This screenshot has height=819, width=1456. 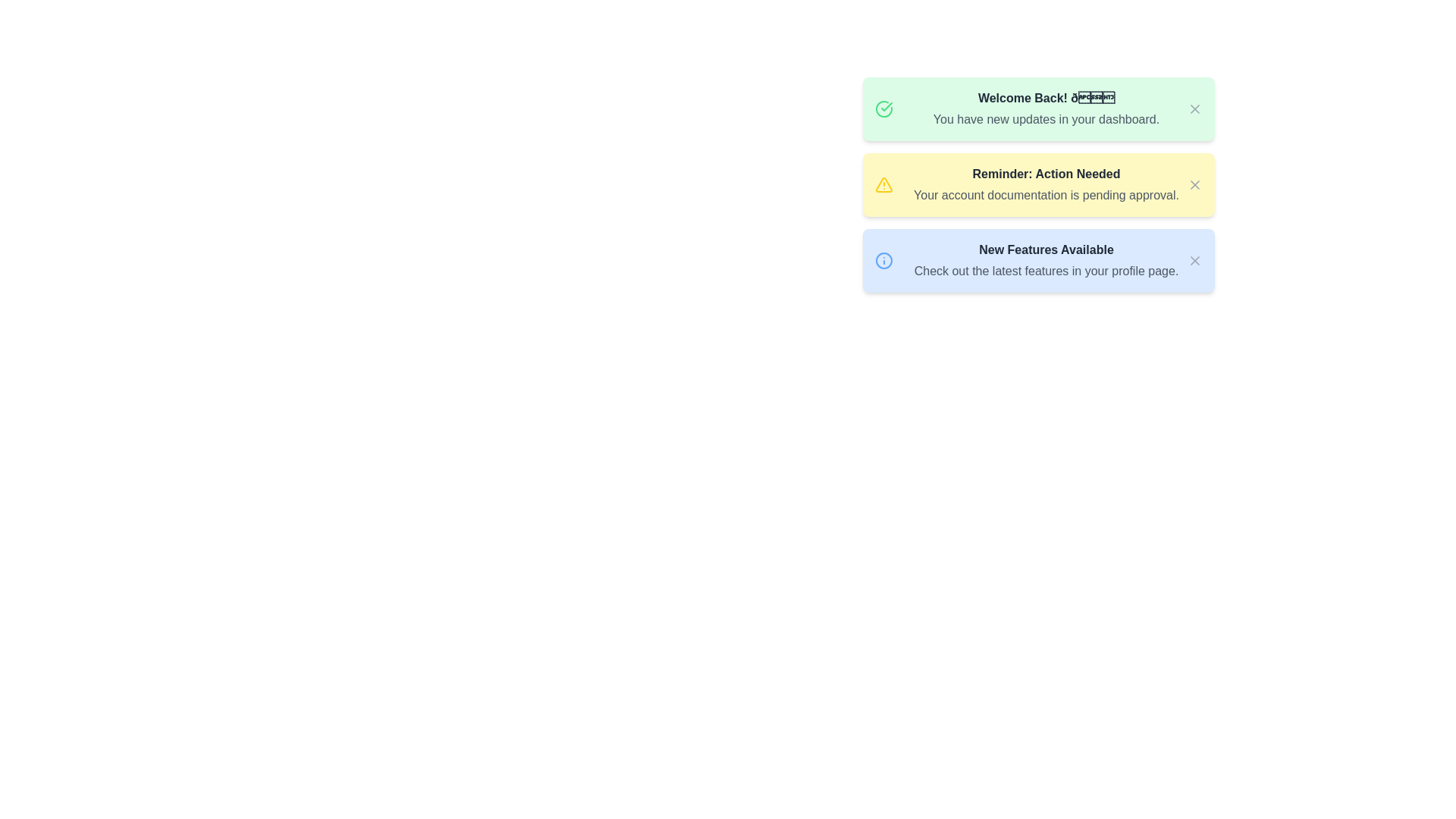 What do you see at coordinates (1194, 259) in the screenshot?
I see `the interactive close icon represented as an 'X' in light gray` at bounding box center [1194, 259].